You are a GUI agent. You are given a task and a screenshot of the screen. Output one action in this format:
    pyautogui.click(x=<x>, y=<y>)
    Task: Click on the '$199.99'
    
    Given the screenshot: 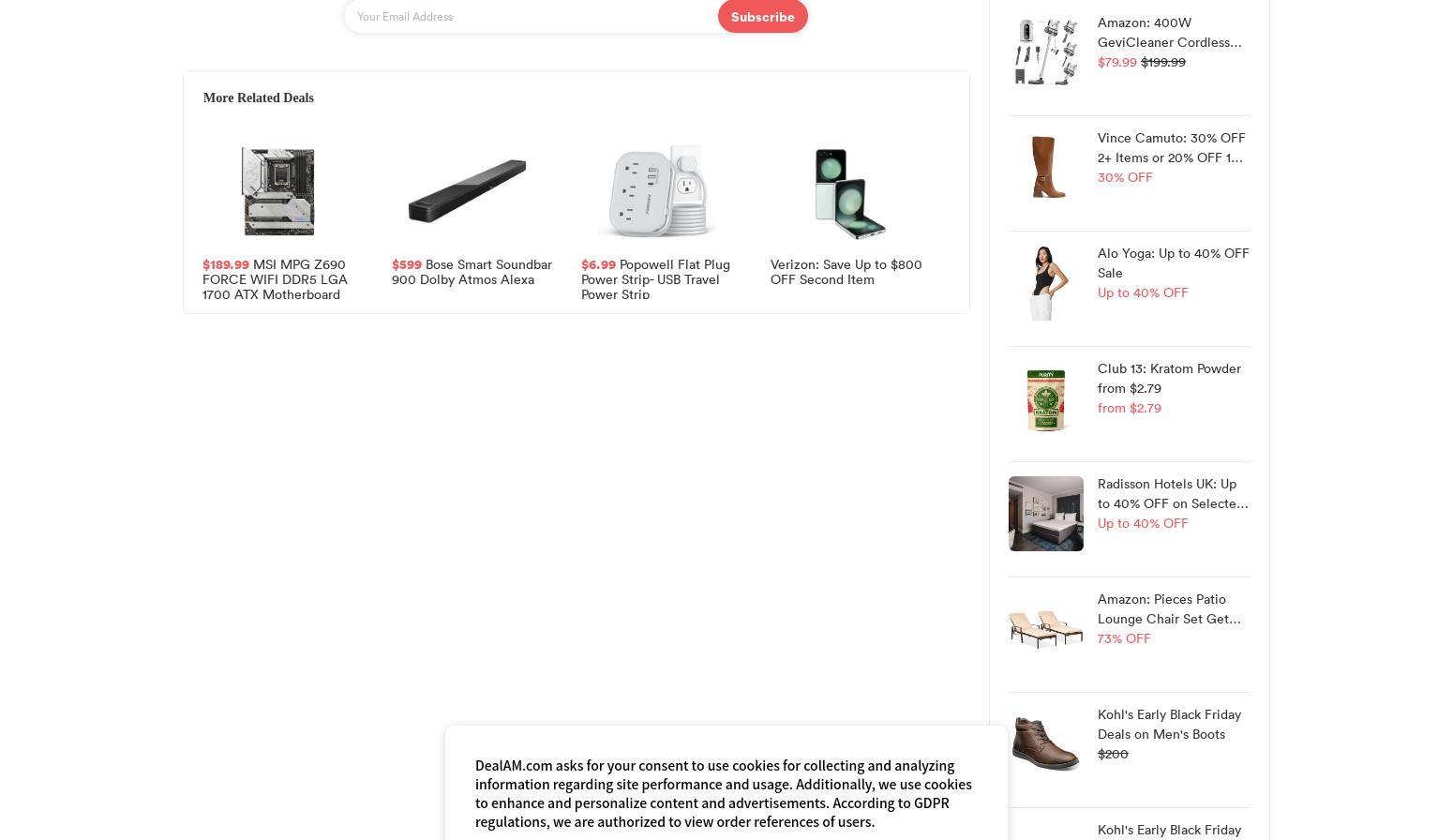 What is the action you would take?
    pyautogui.click(x=1162, y=61)
    